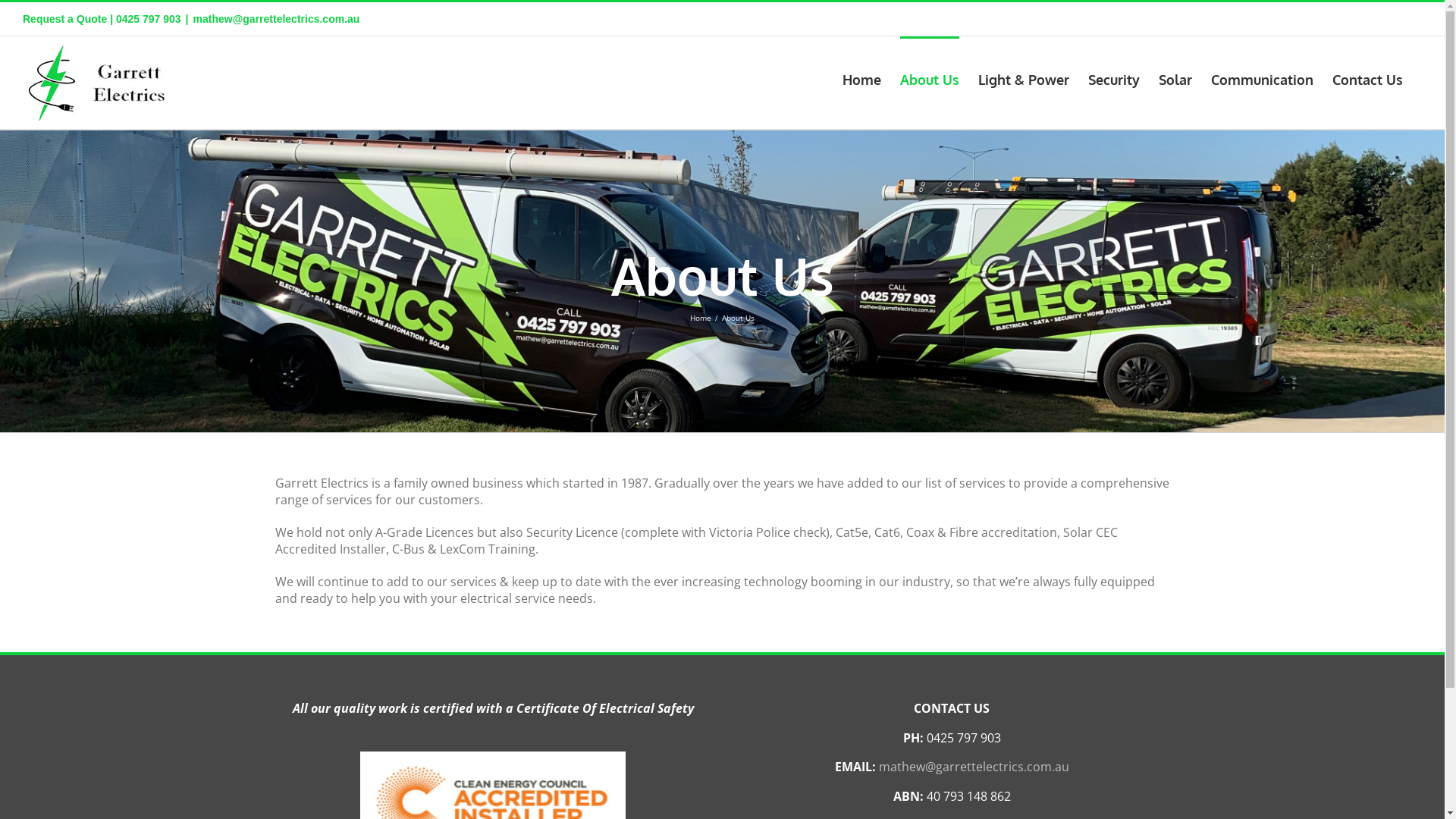 Image resolution: width=1456 pixels, height=819 pixels. Describe the element at coordinates (928, 78) in the screenshot. I see `'About Us'` at that location.